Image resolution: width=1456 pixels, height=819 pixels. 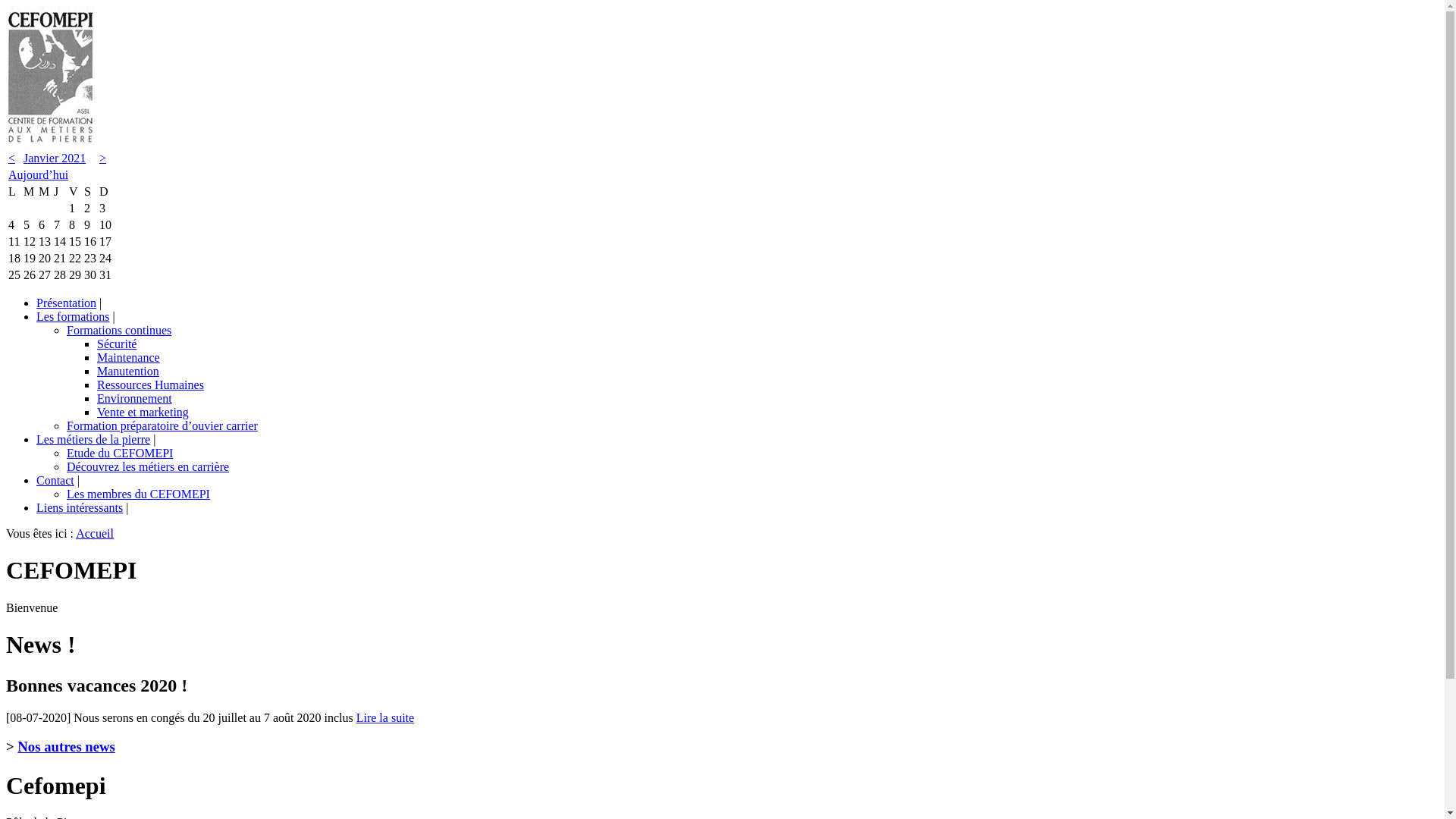 What do you see at coordinates (134, 397) in the screenshot?
I see `'Environnement'` at bounding box center [134, 397].